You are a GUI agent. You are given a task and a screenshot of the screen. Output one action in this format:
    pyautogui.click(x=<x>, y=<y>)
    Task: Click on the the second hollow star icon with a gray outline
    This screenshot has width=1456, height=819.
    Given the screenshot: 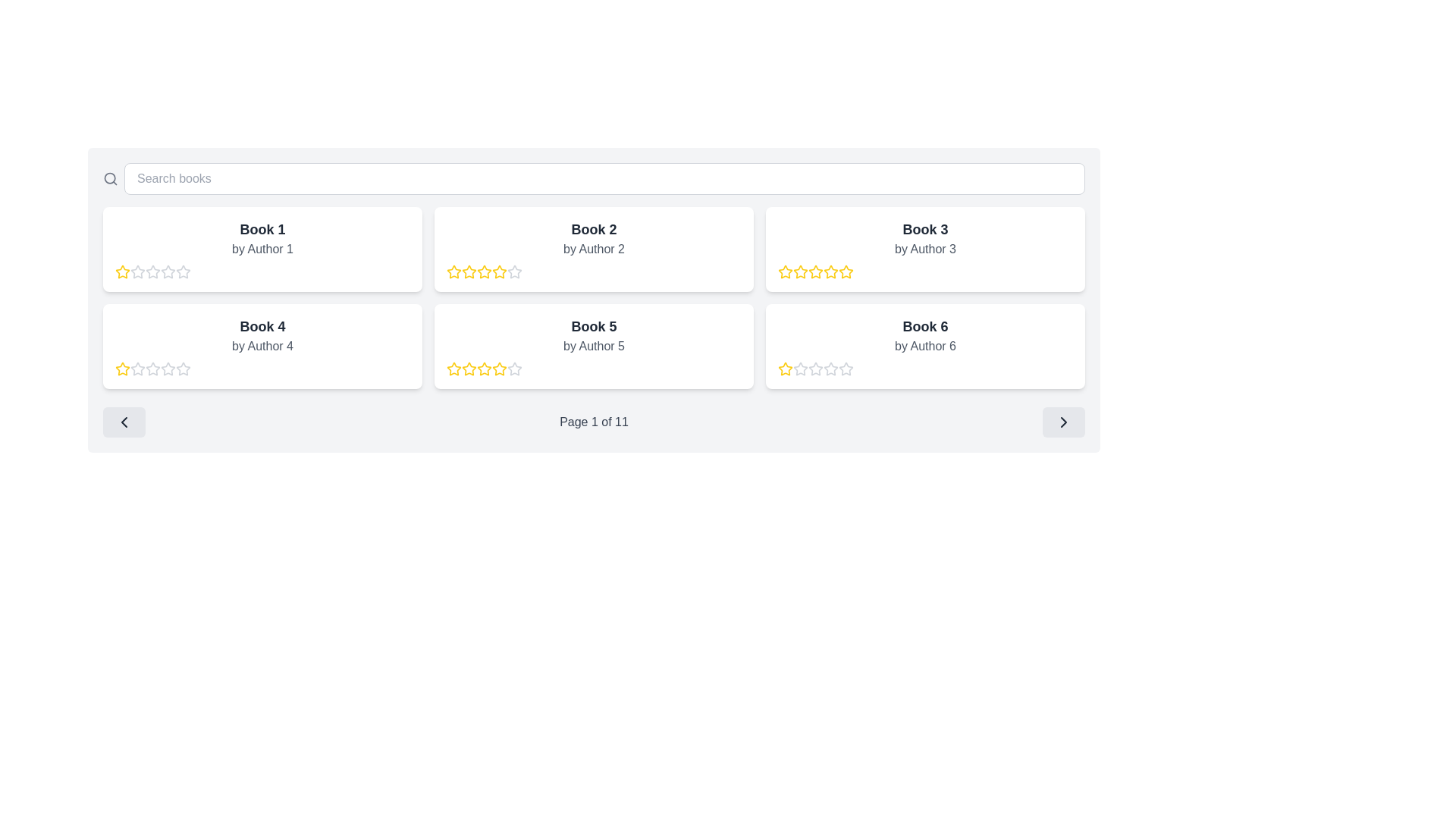 What is the action you would take?
    pyautogui.click(x=182, y=369)
    